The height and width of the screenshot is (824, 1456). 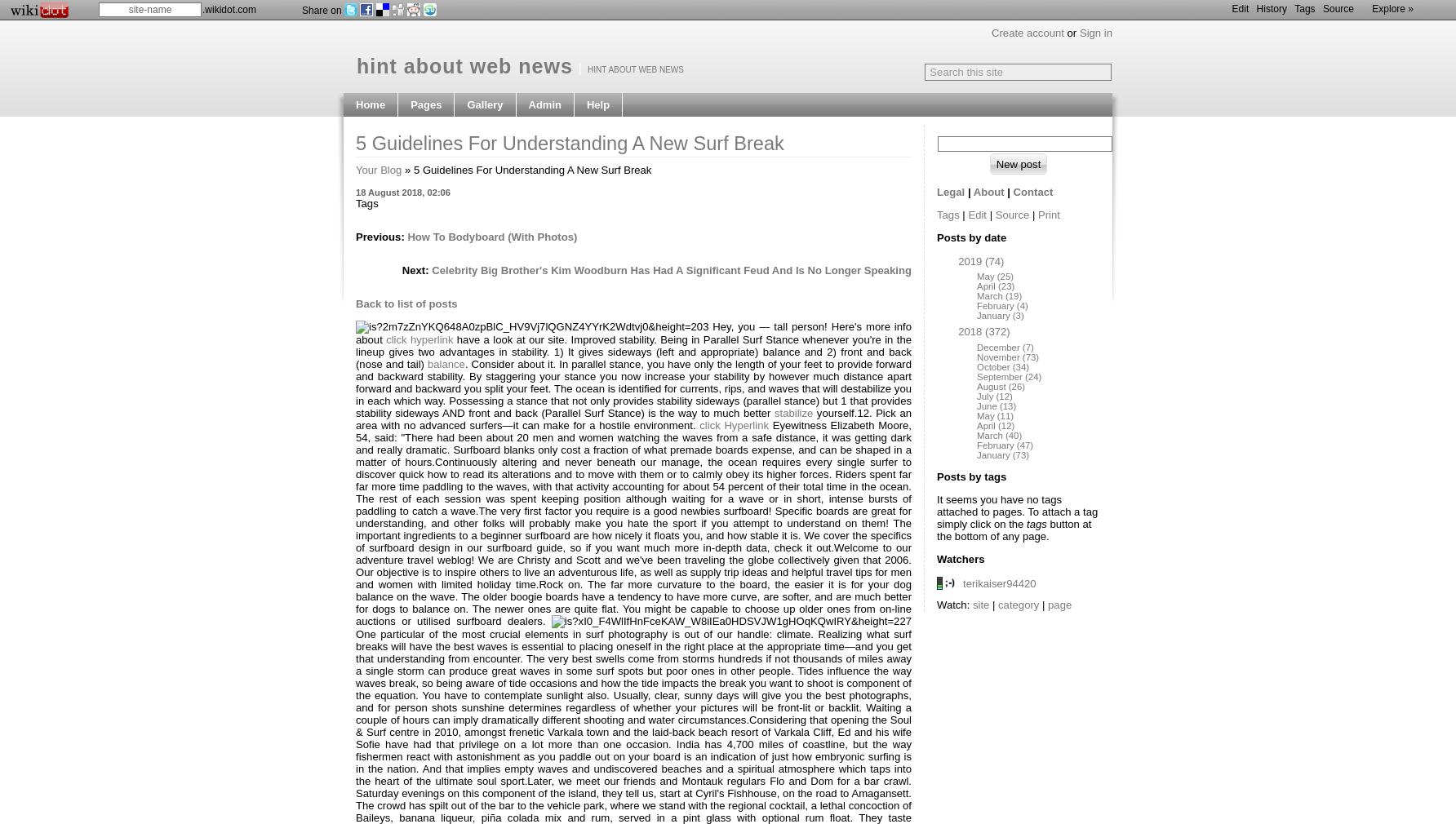 What do you see at coordinates (954, 604) in the screenshot?
I see `'Watch:'` at bounding box center [954, 604].